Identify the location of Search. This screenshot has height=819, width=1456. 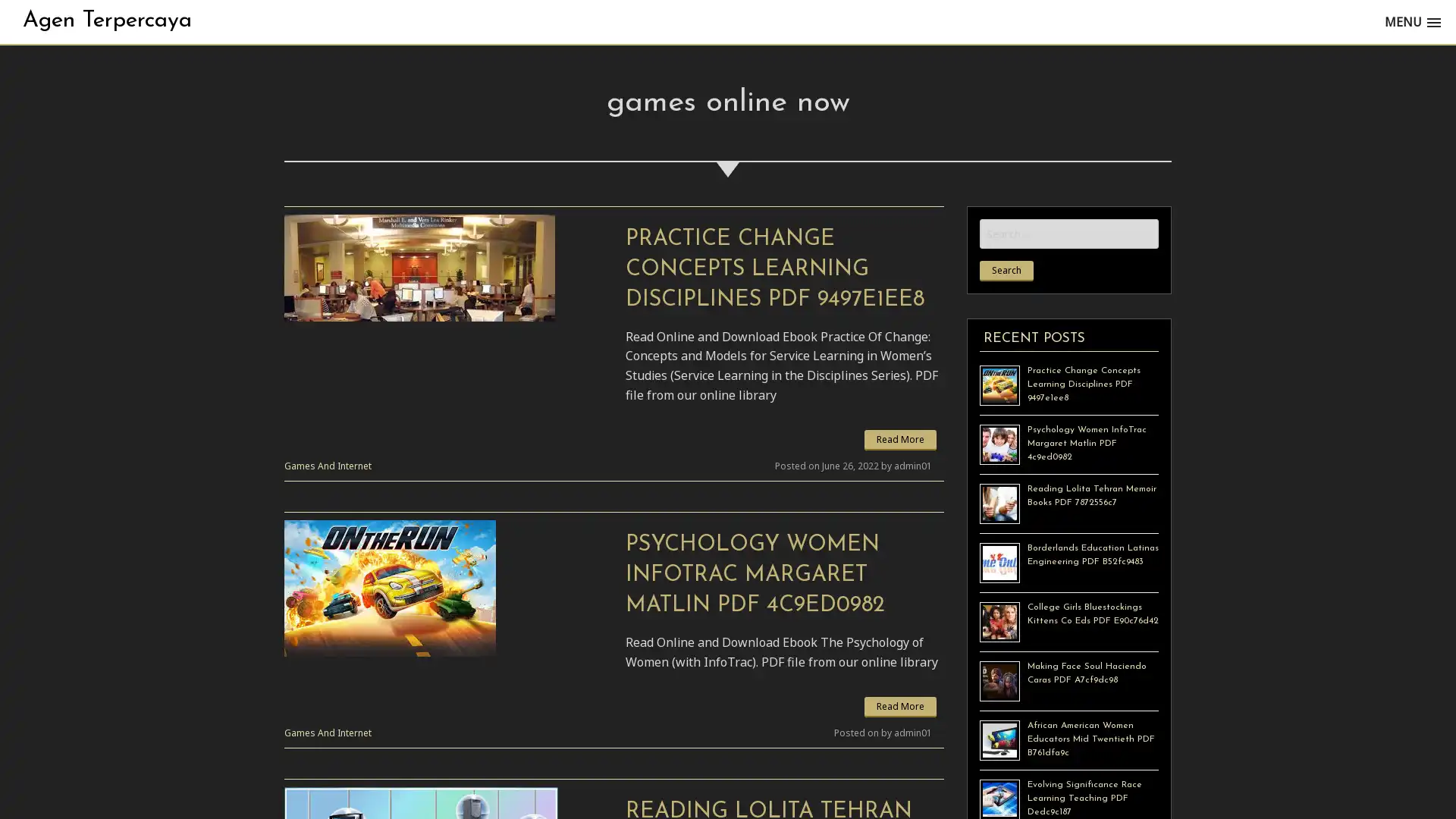
(1006, 270).